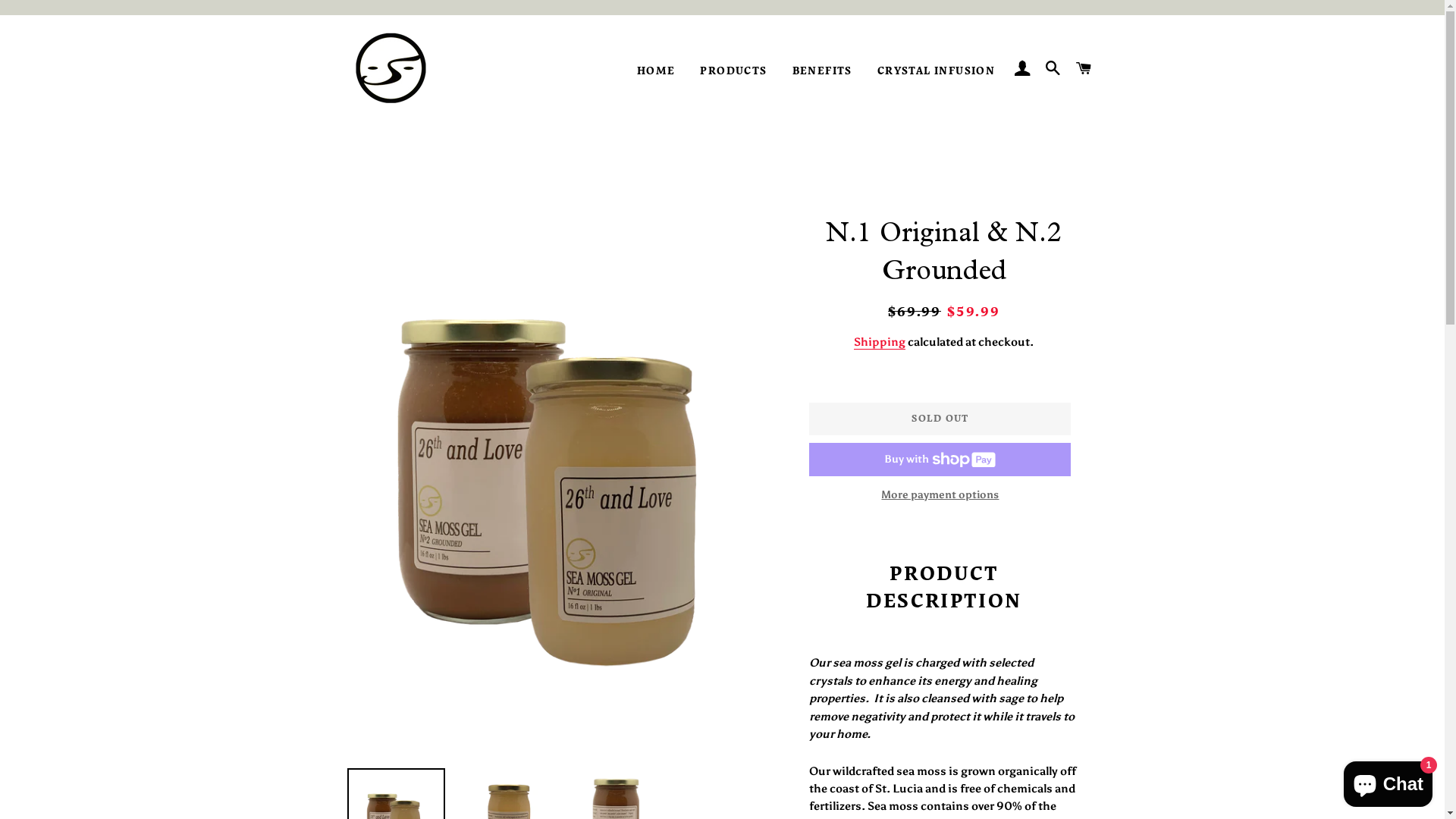  What do you see at coordinates (626, 71) in the screenshot?
I see `'HOME'` at bounding box center [626, 71].